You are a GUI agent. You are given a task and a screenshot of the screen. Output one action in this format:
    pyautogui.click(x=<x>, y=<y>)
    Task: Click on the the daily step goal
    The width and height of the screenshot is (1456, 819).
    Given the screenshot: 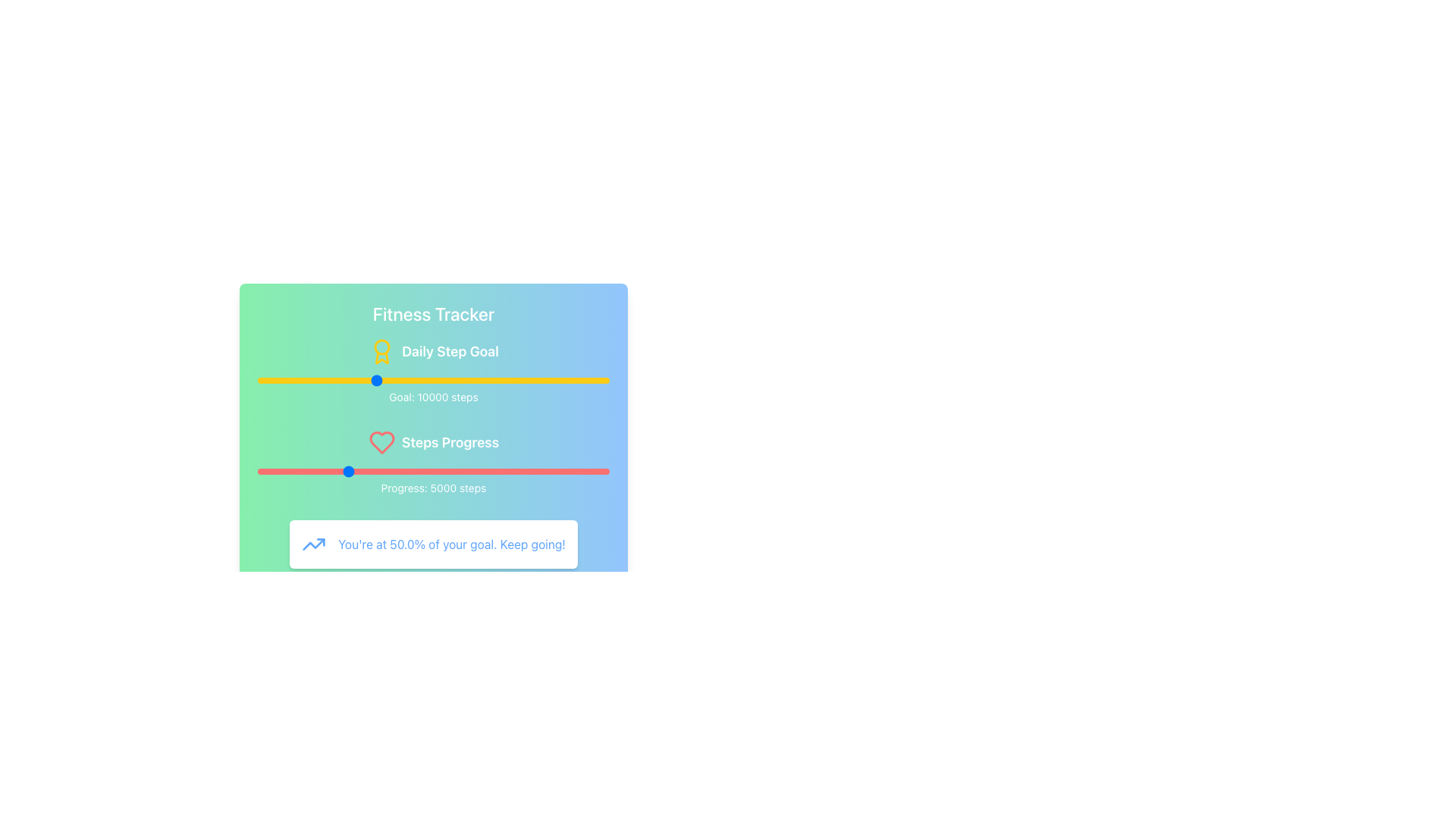 What is the action you would take?
    pyautogui.click(x=566, y=379)
    